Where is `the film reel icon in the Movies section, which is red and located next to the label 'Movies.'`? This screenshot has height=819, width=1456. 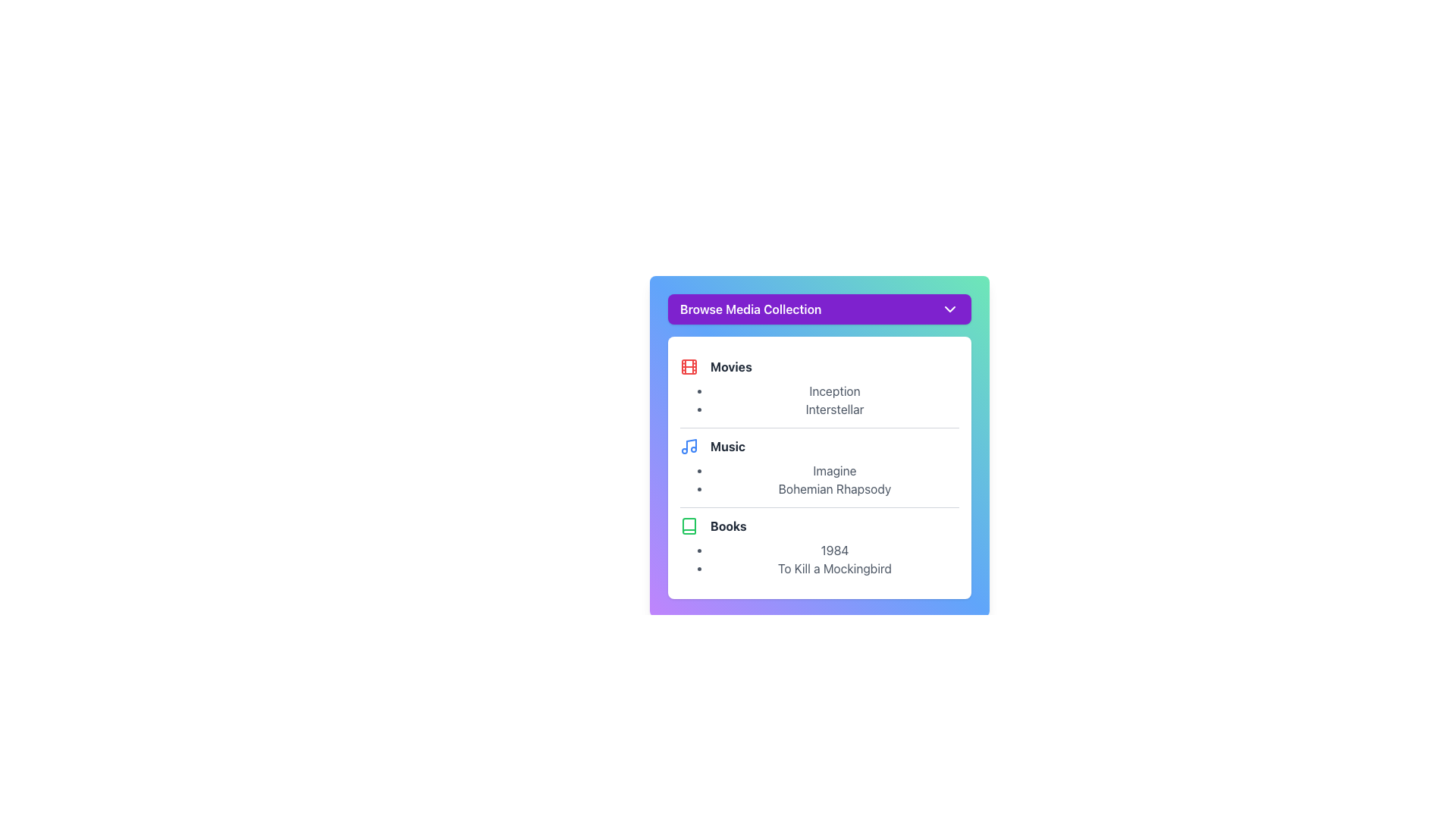
the film reel icon in the Movies section, which is red and located next to the label 'Movies.' is located at coordinates (688, 366).